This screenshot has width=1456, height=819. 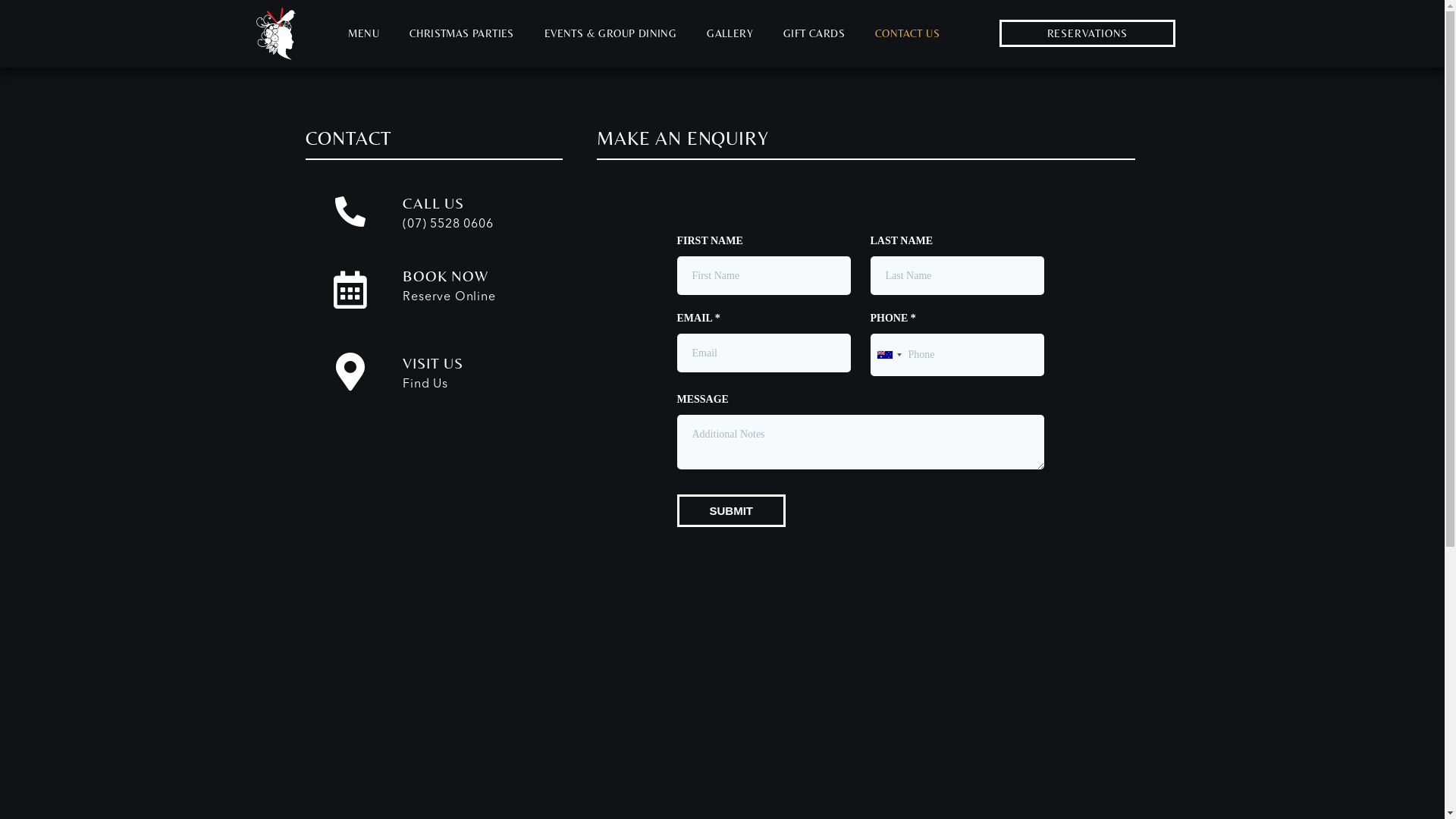 What do you see at coordinates (610, 33) in the screenshot?
I see `'EVENTS & GROUP DINING'` at bounding box center [610, 33].